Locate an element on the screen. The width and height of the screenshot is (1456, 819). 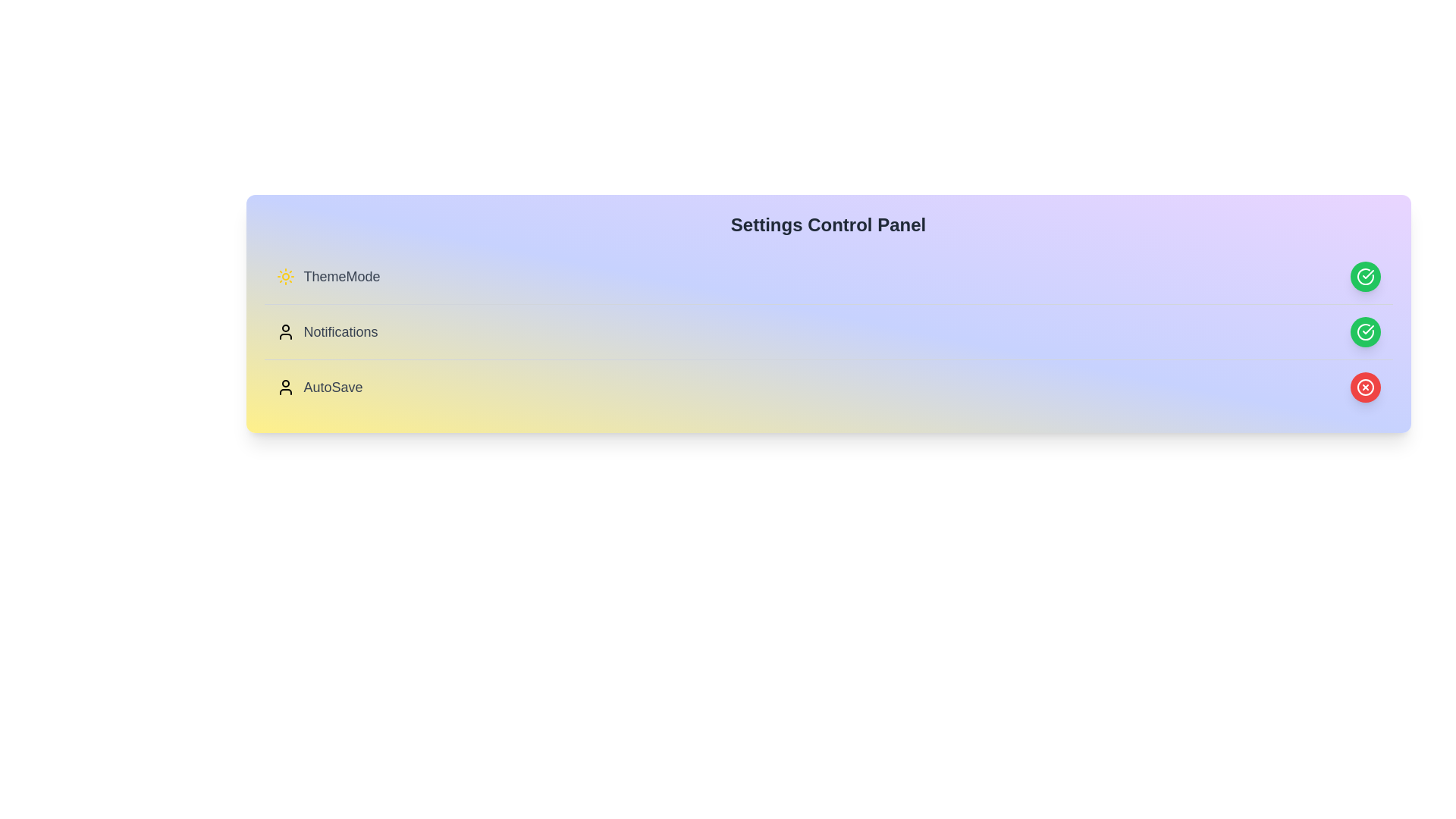
the AutoSave toggle button to change its state is located at coordinates (1365, 386).